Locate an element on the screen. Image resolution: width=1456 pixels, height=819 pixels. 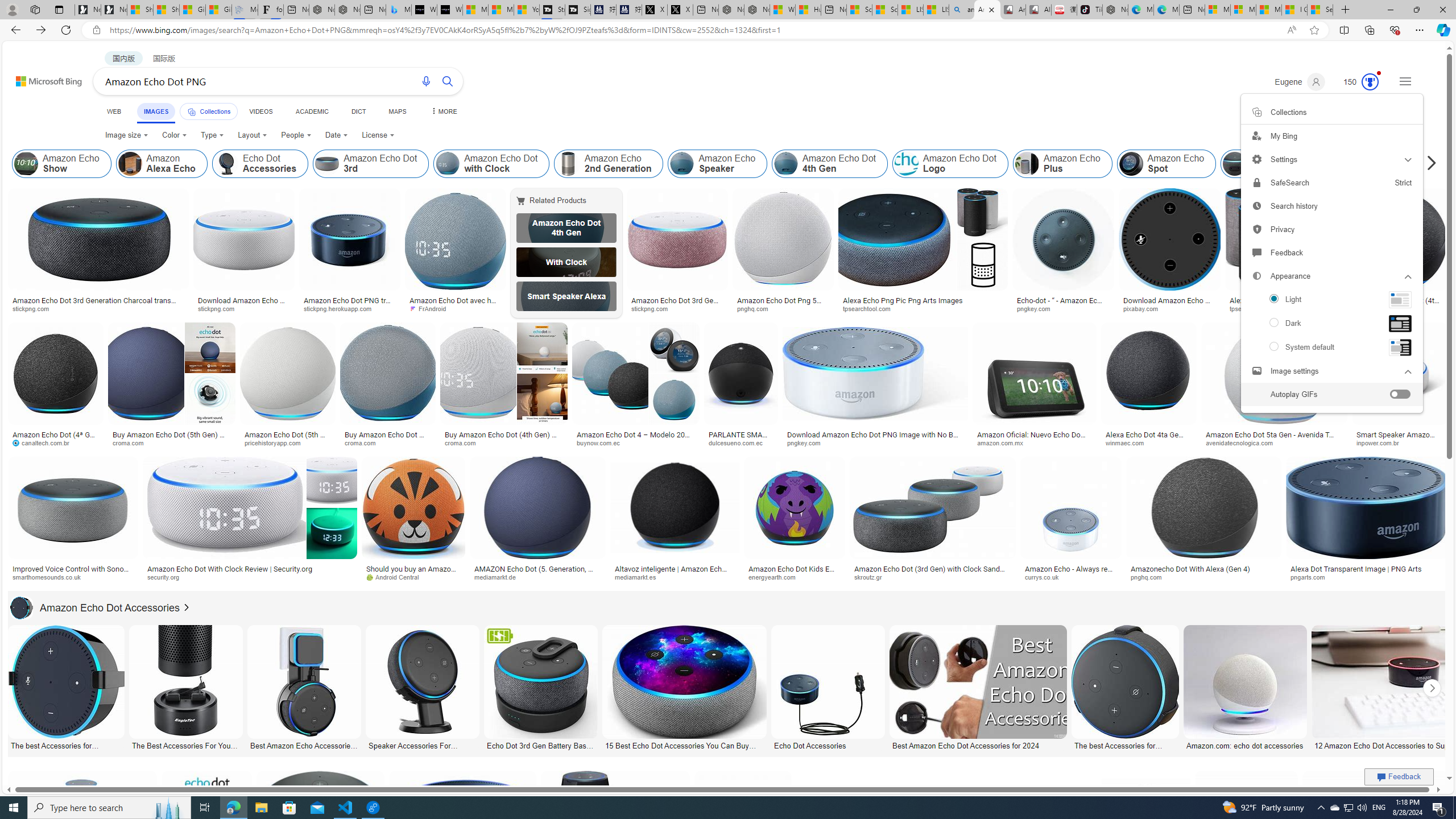
'pngarts.com' is located at coordinates (1366, 577).